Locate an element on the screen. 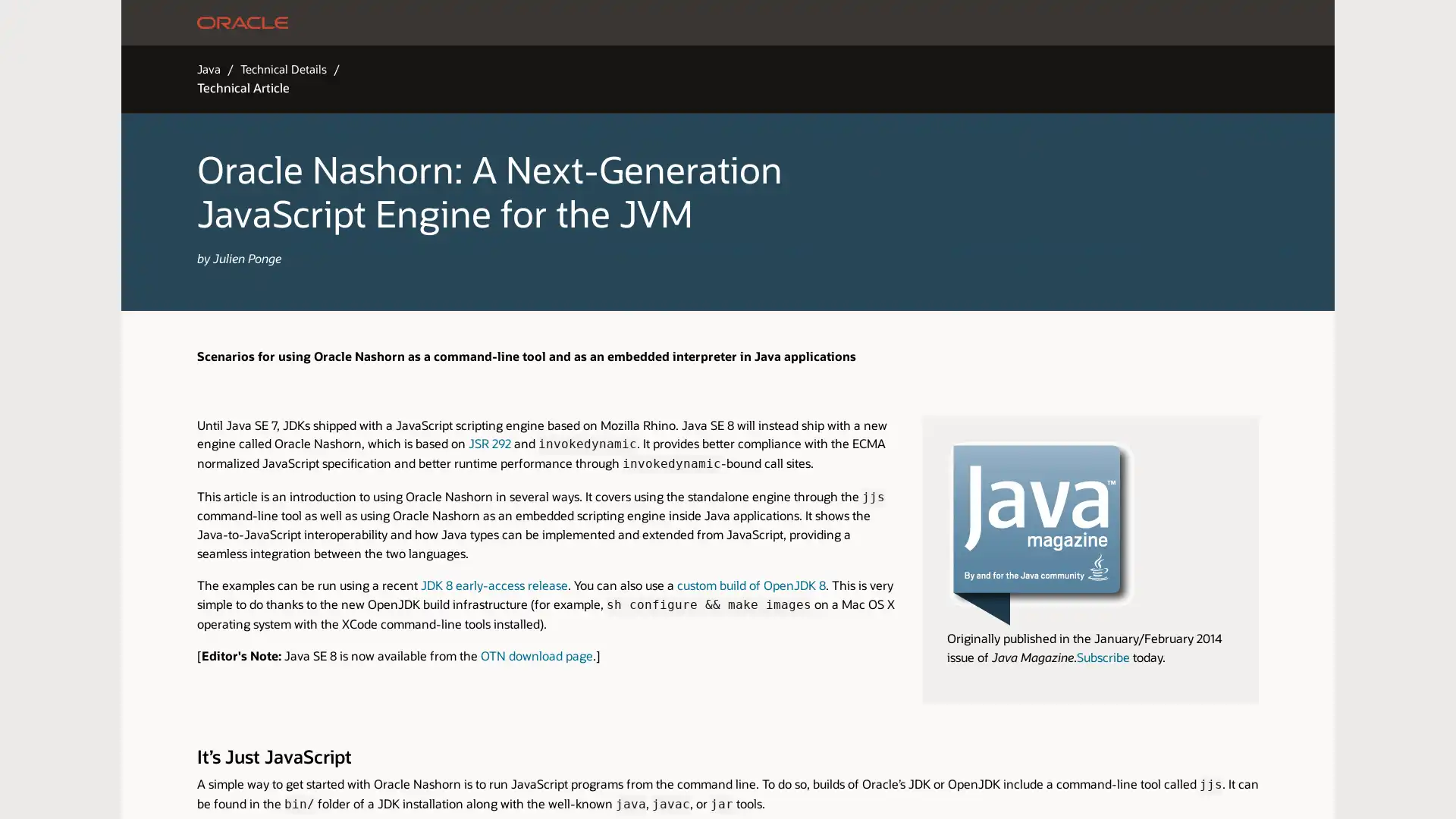 This screenshot has height=819, width=1456. View Accounts is located at coordinates (1072, 23).